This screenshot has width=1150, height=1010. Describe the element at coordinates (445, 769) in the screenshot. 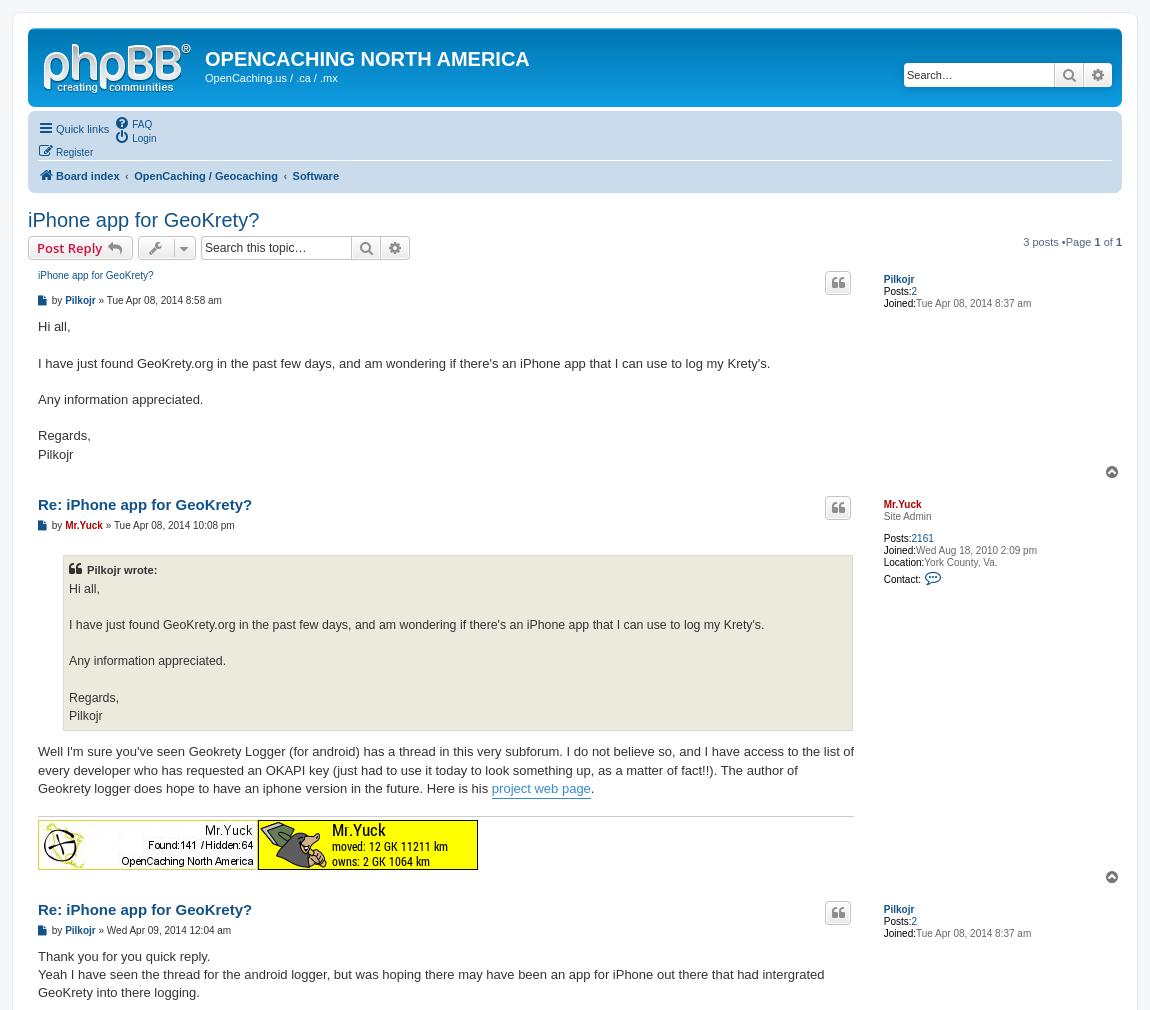

I see `'Well I'm sure you've seen Geokrety Logger (for android) has a thread in this very subforum. I do not believe so, and I have access to the list of every developer who has requested an OKAPI key (just had to use it today to look something up, as a matter of fact!!). The author of Geokrety logger does hope to have an iphone version in the future. Here is his'` at that location.